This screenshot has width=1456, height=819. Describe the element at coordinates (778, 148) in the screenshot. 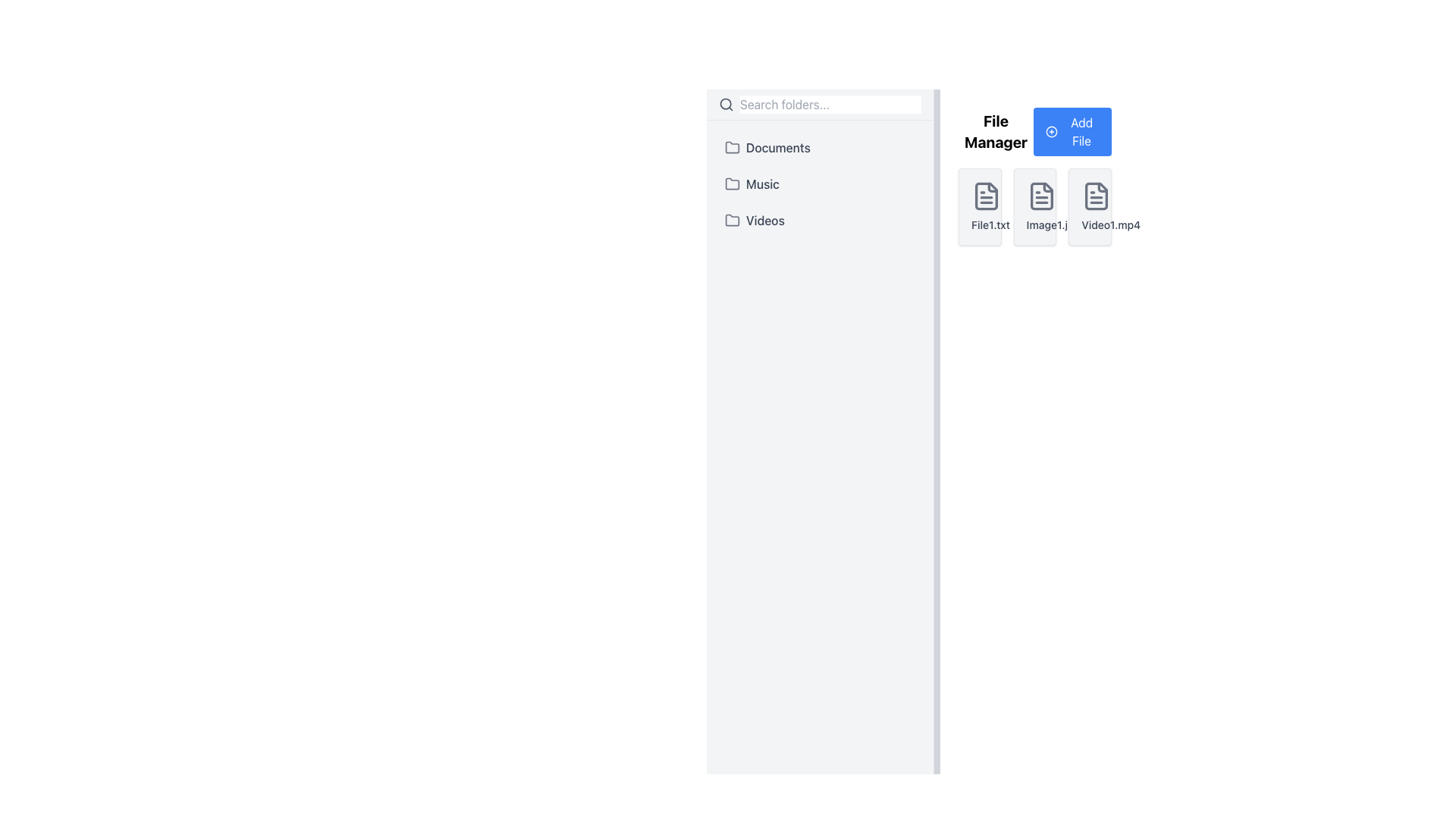

I see `the 'Documents' text label in the left sidebar, which is the first item in a vertical list of items, located near the upper portion of the sidebar` at that location.